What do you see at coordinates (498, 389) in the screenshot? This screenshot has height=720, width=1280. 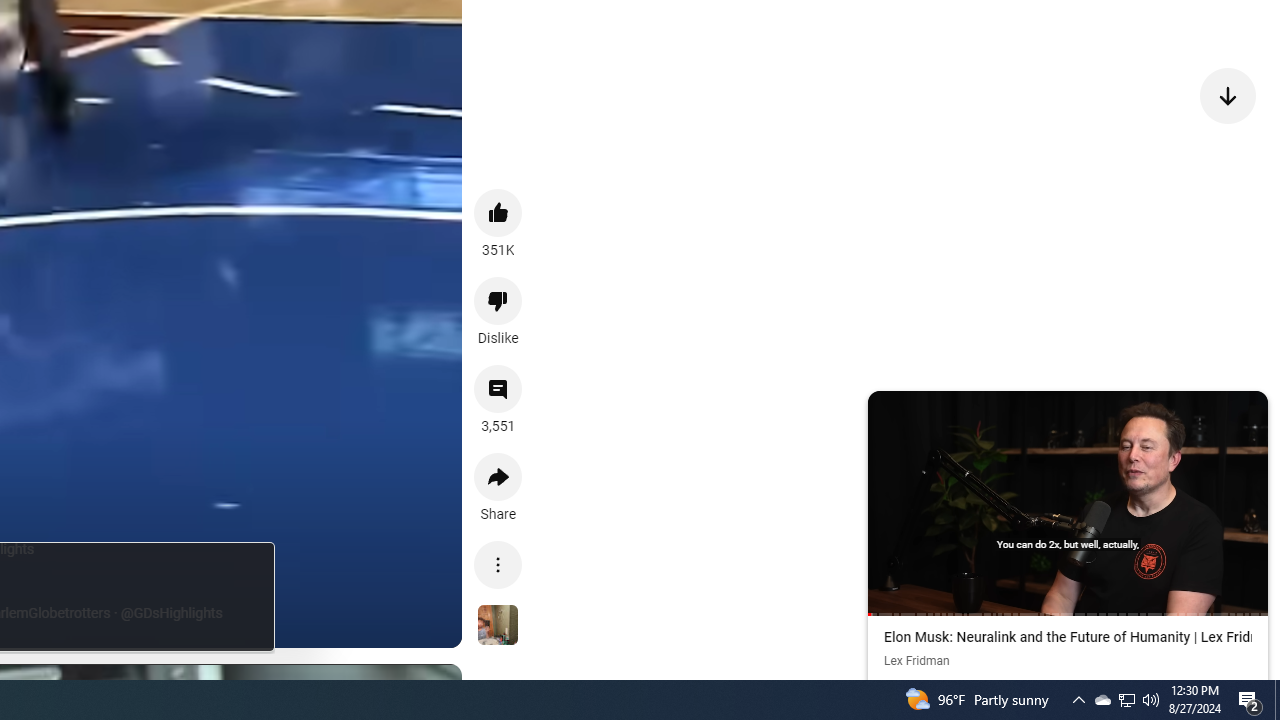 I see `'View 3,551 comments'` at bounding box center [498, 389].